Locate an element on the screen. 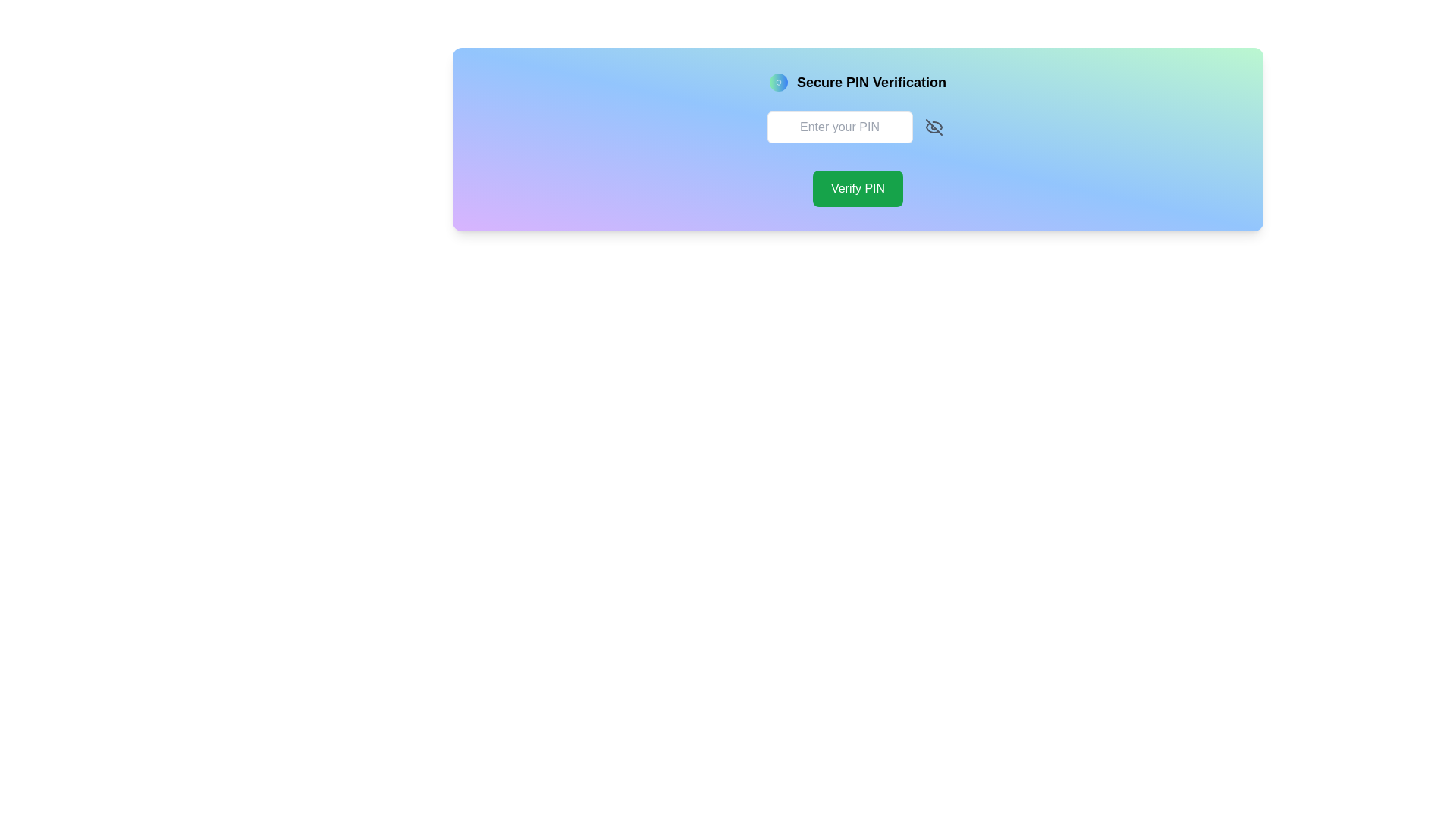 The image size is (1456, 819). the visibility toggle button located to the right of the PIN input field in the 'Secure PIN Verification' section is located at coordinates (933, 127).